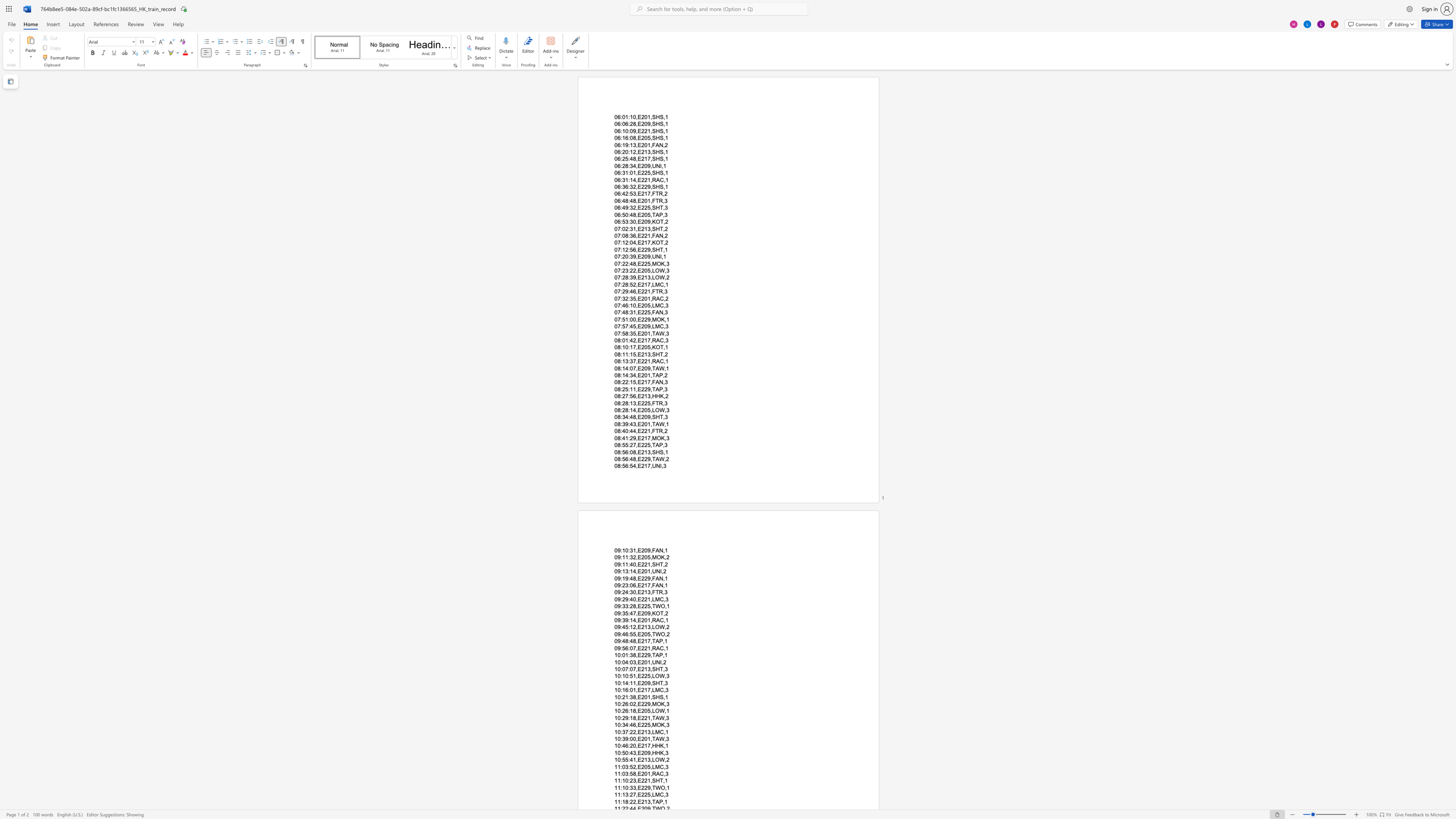 Image resolution: width=1456 pixels, height=819 pixels. What do you see at coordinates (651, 466) in the screenshot?
I see `the subset text "UNI,3" within the text "08:56:54,E217,UNI,3"` at bounding box center [651, 466].